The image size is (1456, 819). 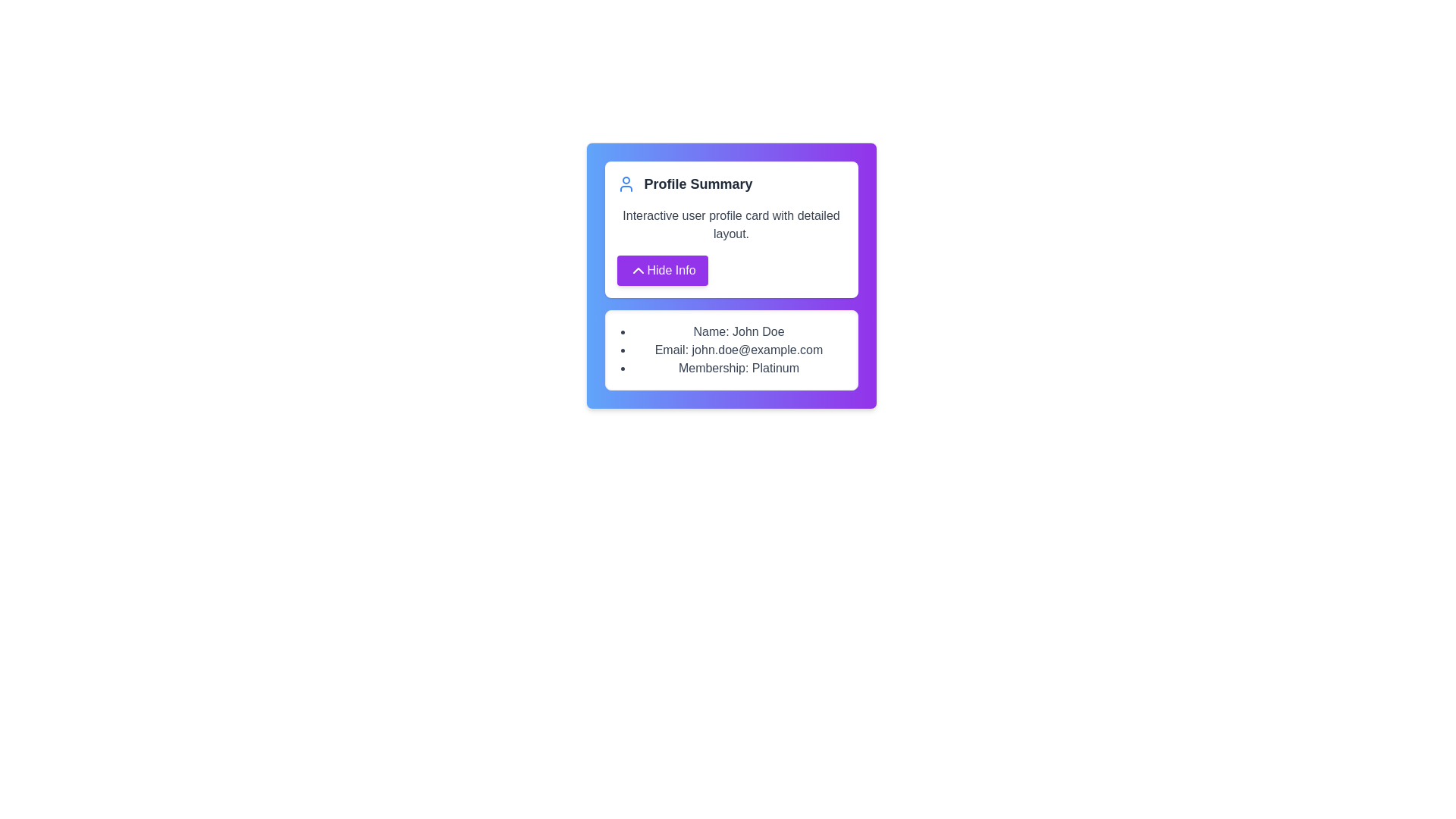 I want to click on the bulleted list containing user profile information including 'Name: John Doe', 'Email: john.doe@example.com', and 'Membership: Platinum', which is located below the 'Profile Summary' section, so click(x=731, y=350).